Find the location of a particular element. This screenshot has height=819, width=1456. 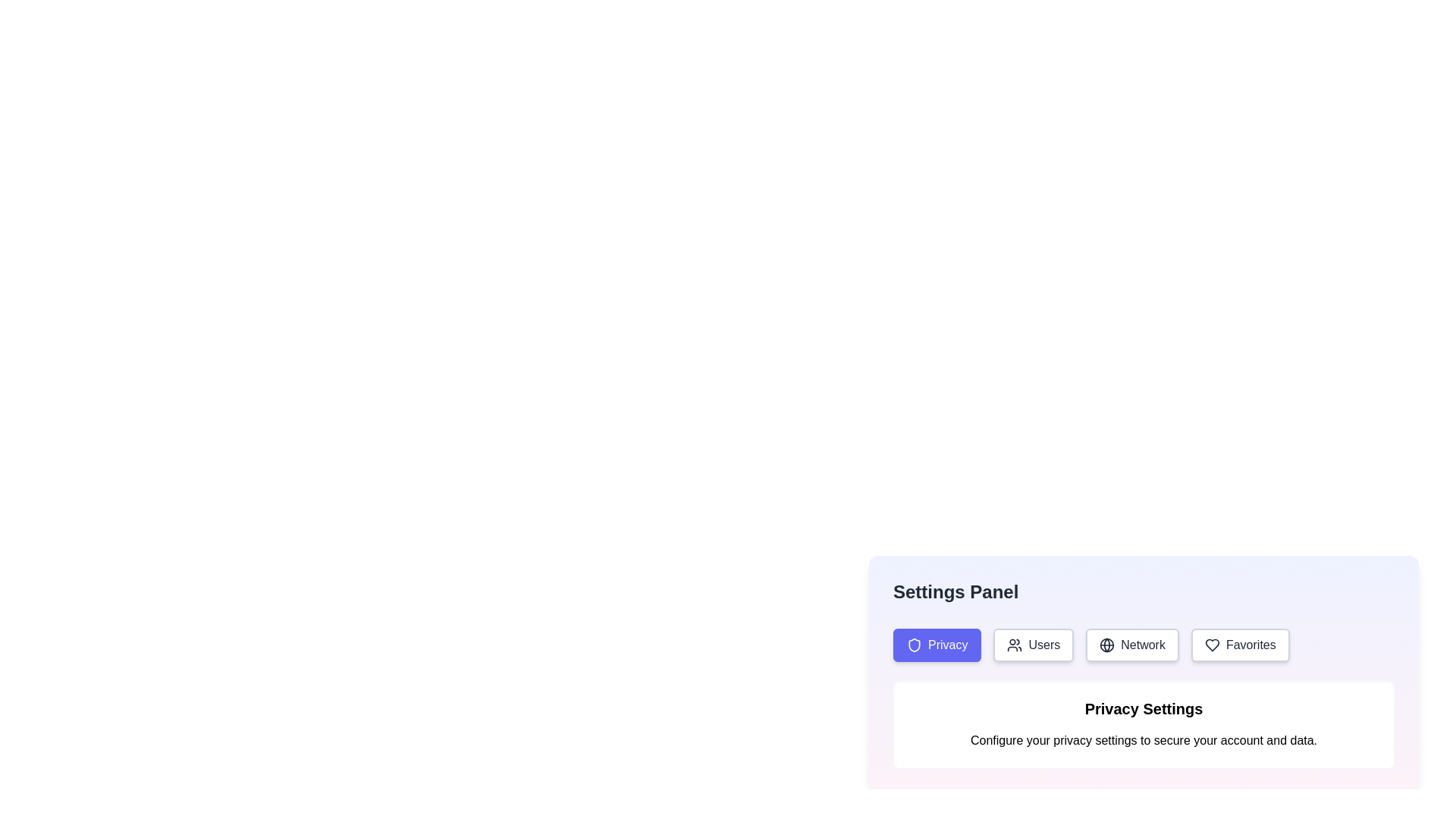

the text label that reads 'Configure your privacy settings to secure your account and data', which is located in the 'Settings Panel' below the 'Privacy Settings' title is located at coordinates (1144, 739).